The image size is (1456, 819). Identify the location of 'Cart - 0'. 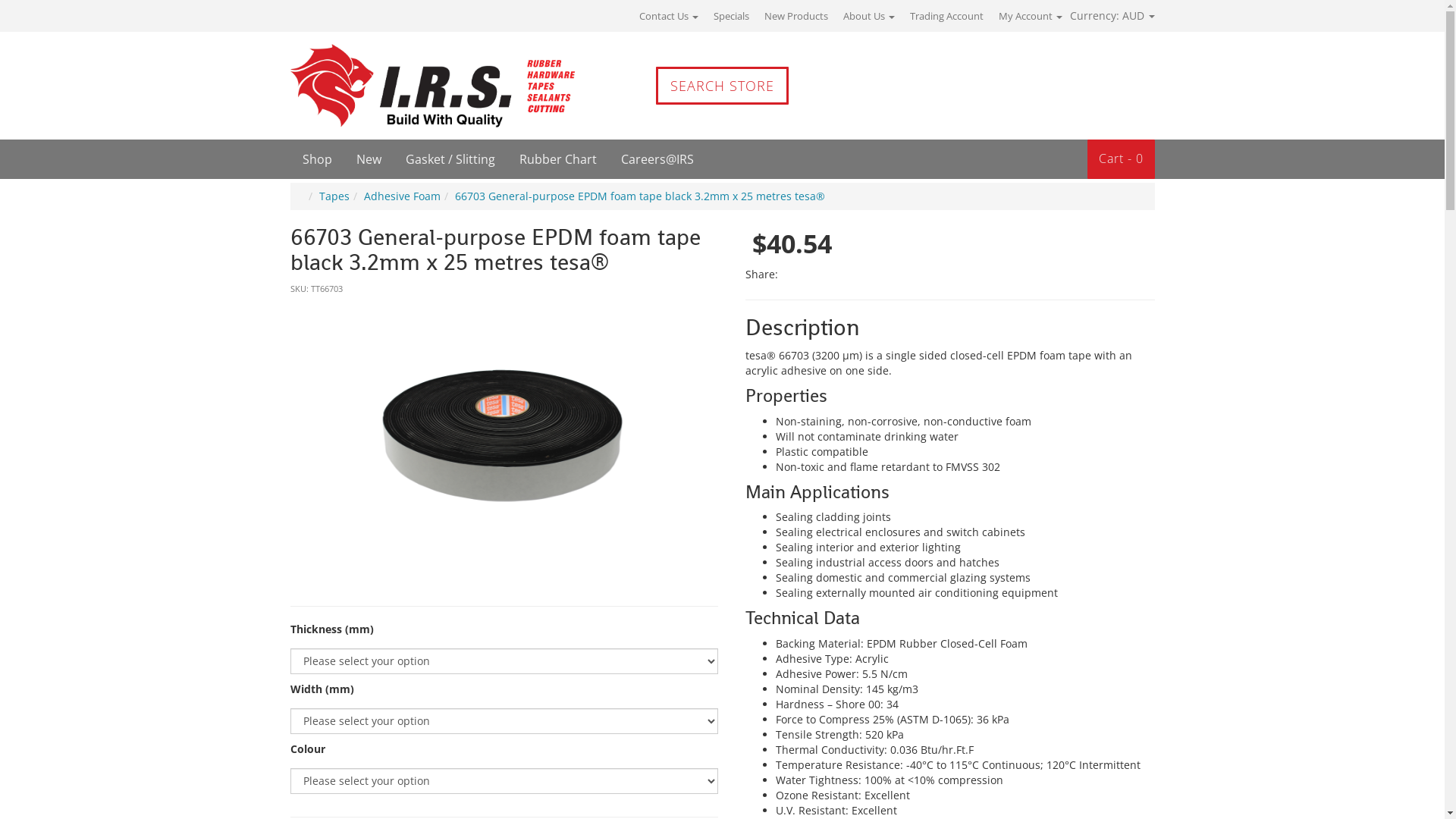
(1121, 158).